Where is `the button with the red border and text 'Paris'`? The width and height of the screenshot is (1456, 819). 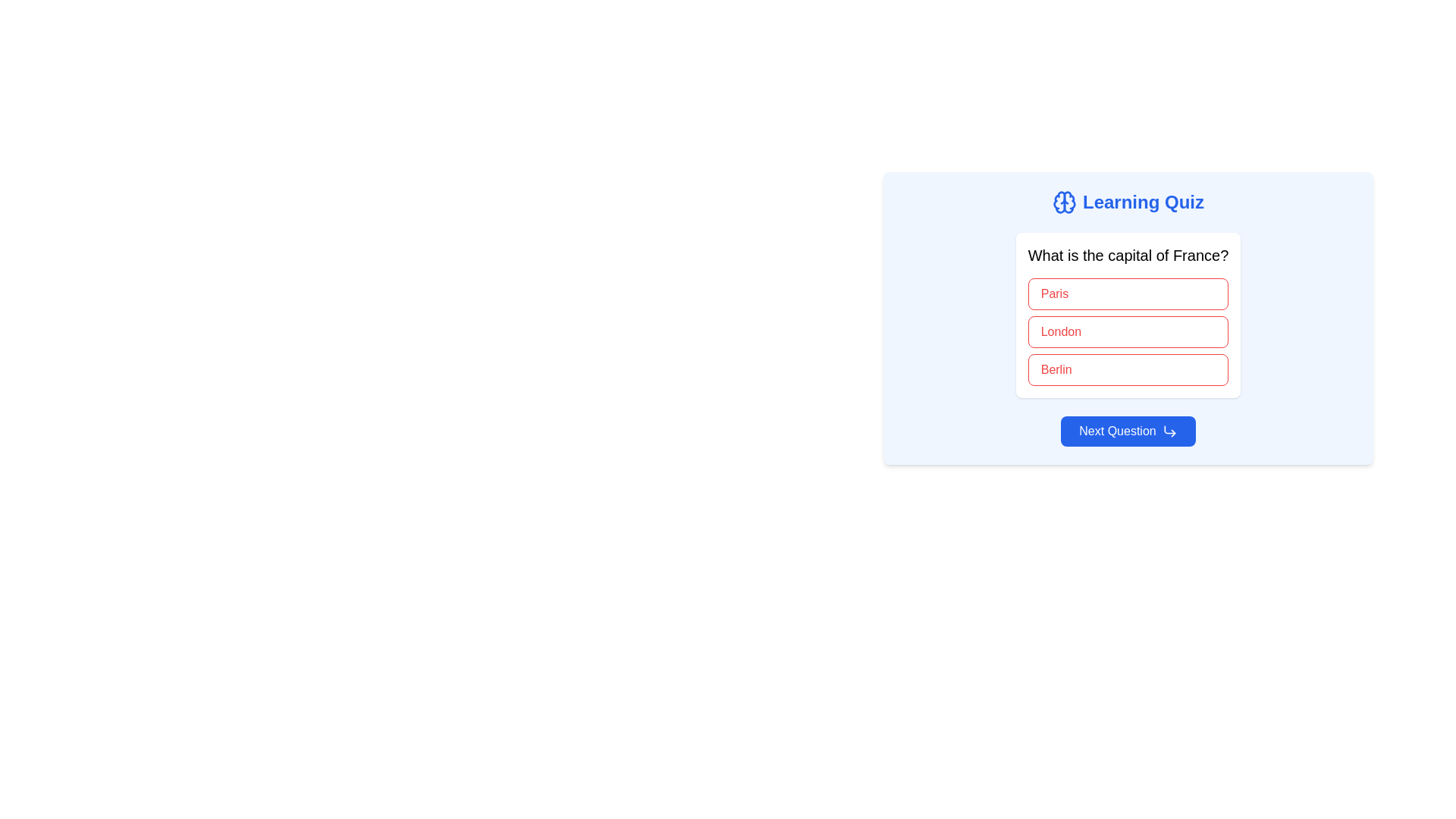 the button with the red border and text 'Paris' is located at coordinates (1128, 294).